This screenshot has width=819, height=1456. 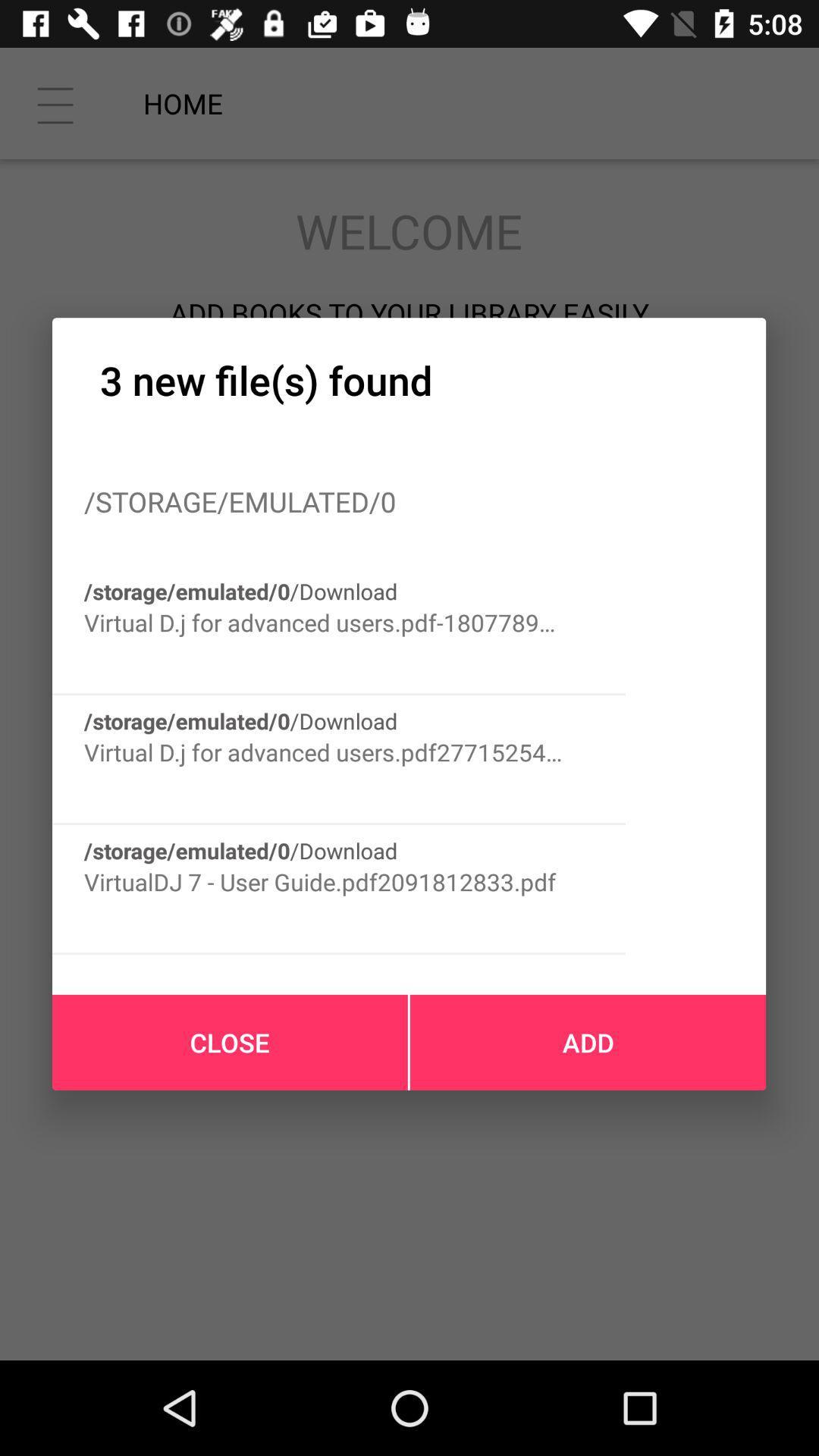 I want to click on the icon at the bottom left corner, so click(x=230, y=1041).